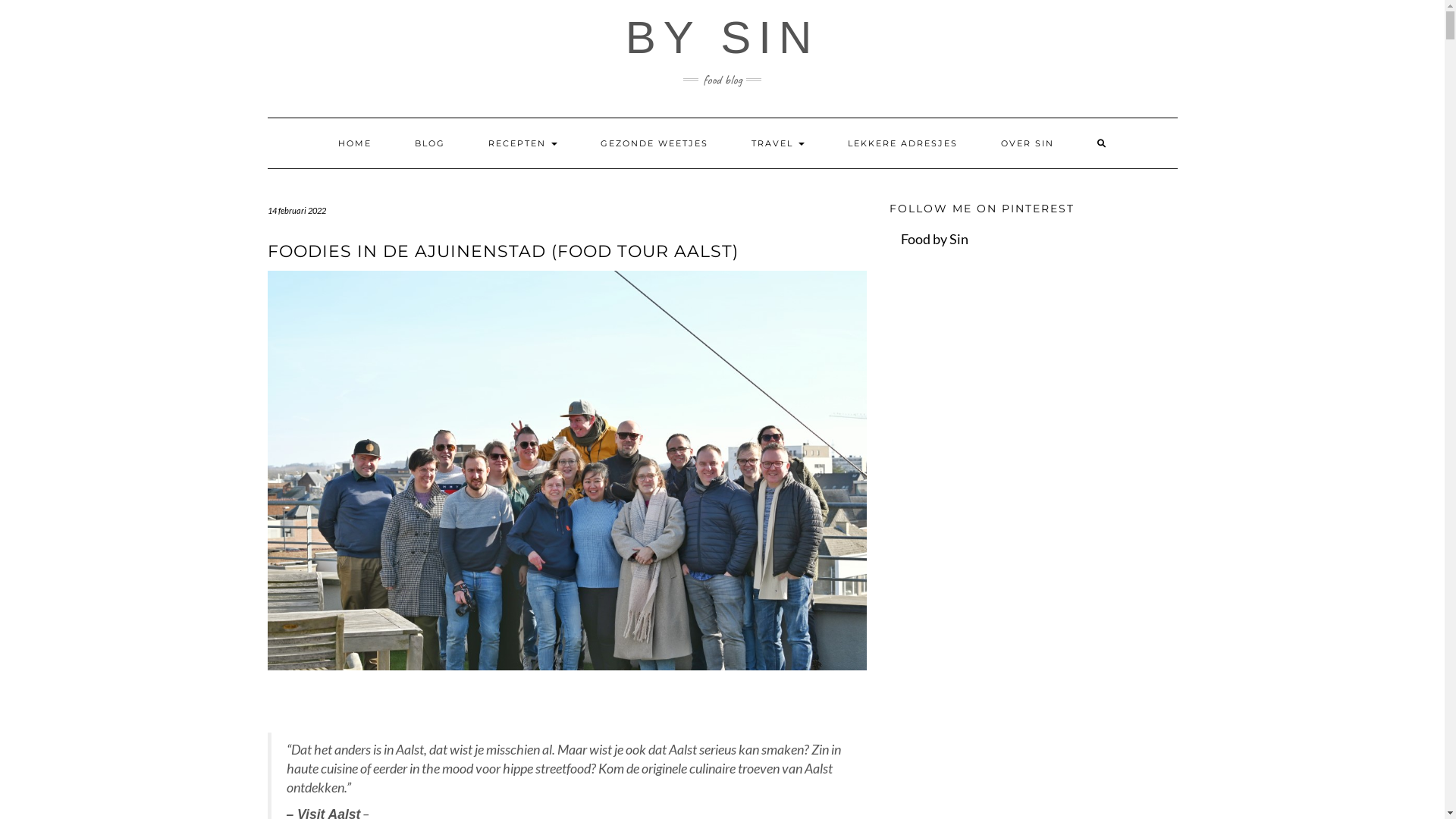 The image size is (1456, 819). I want to click on 'OVER SIN', so click(1026, 143).